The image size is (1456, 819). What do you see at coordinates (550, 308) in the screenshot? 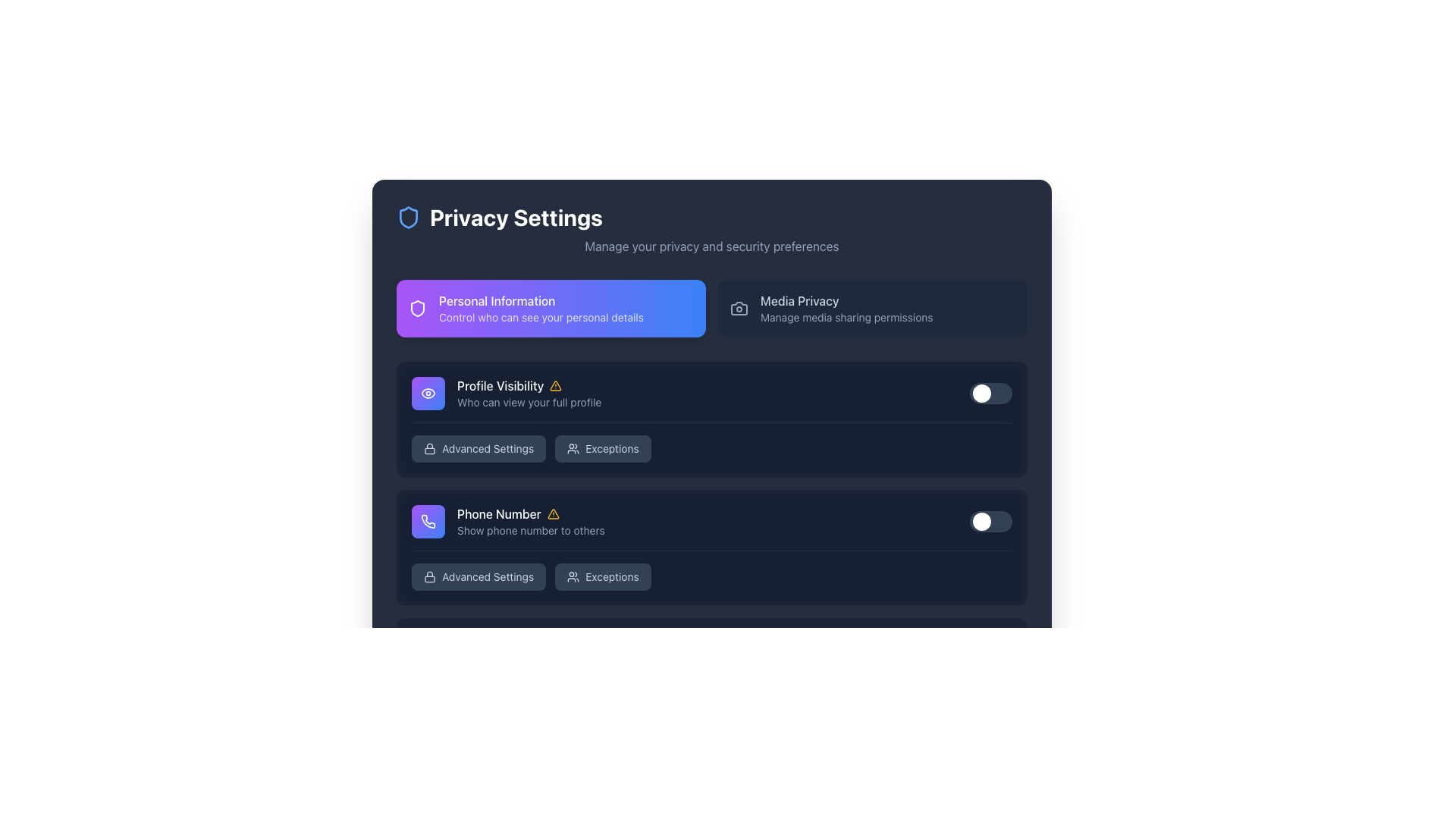
I see `the first interactive card or button in the 'Privacy Settings' section` at bounding box center [550, 308].